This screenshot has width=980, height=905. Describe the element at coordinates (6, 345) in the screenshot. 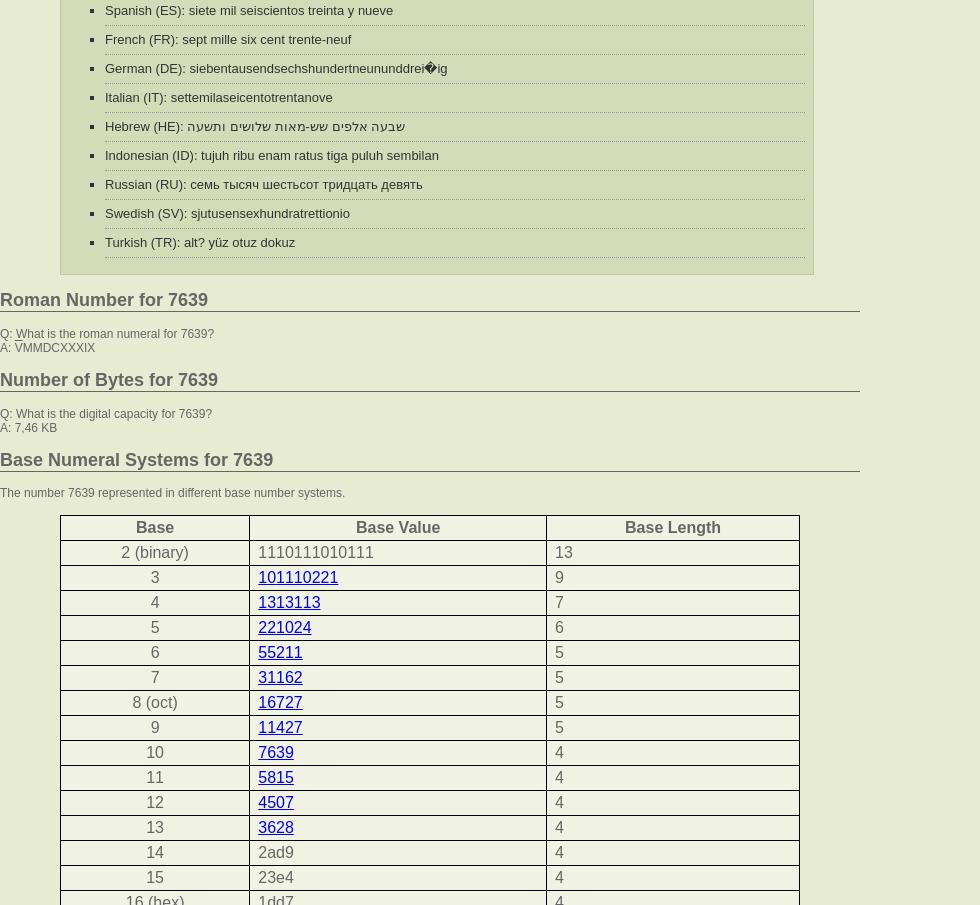

I see `'A:'` at that location.